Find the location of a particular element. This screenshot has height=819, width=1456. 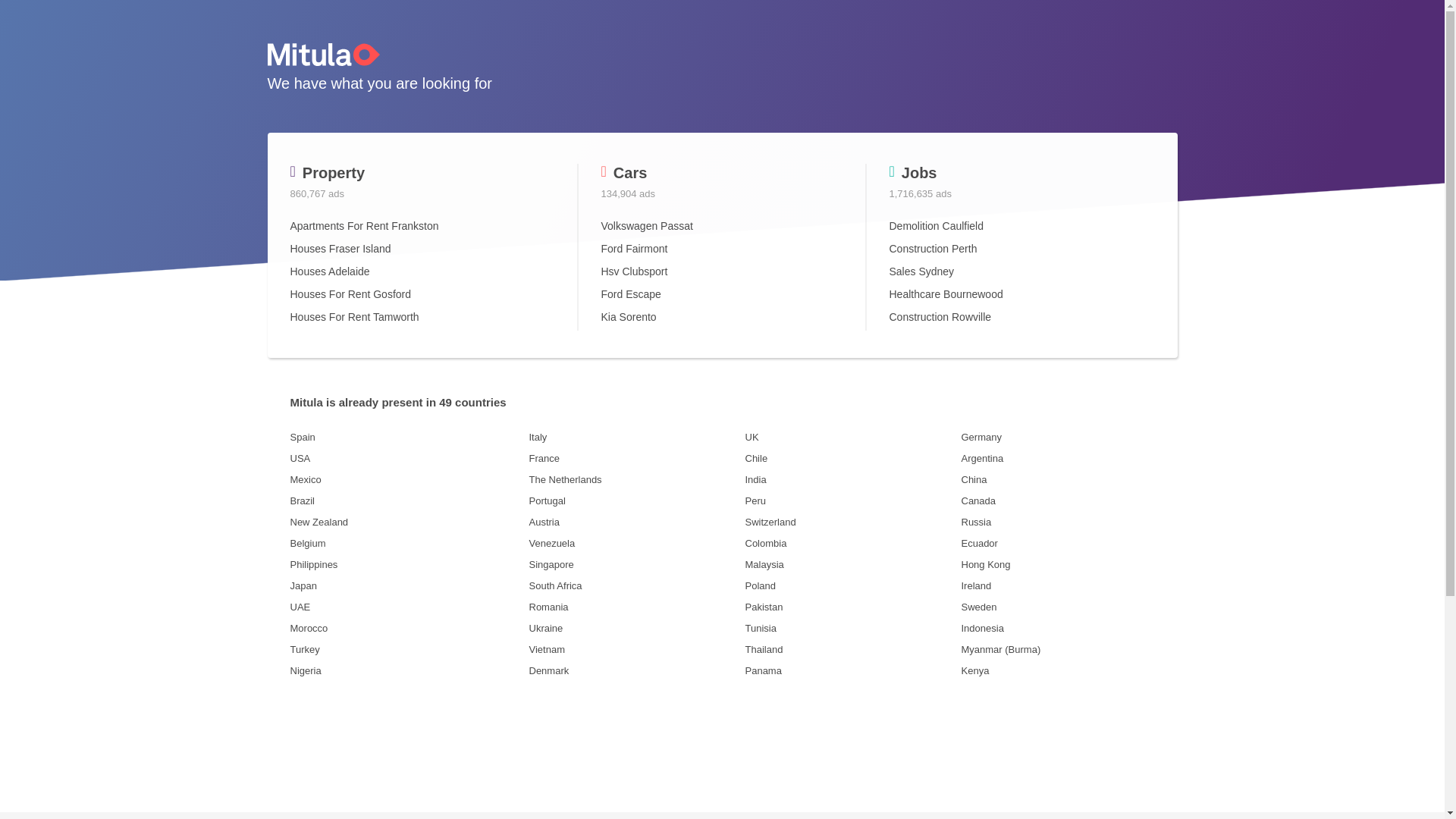

'South Africa' is located at coordinates (626, 585).